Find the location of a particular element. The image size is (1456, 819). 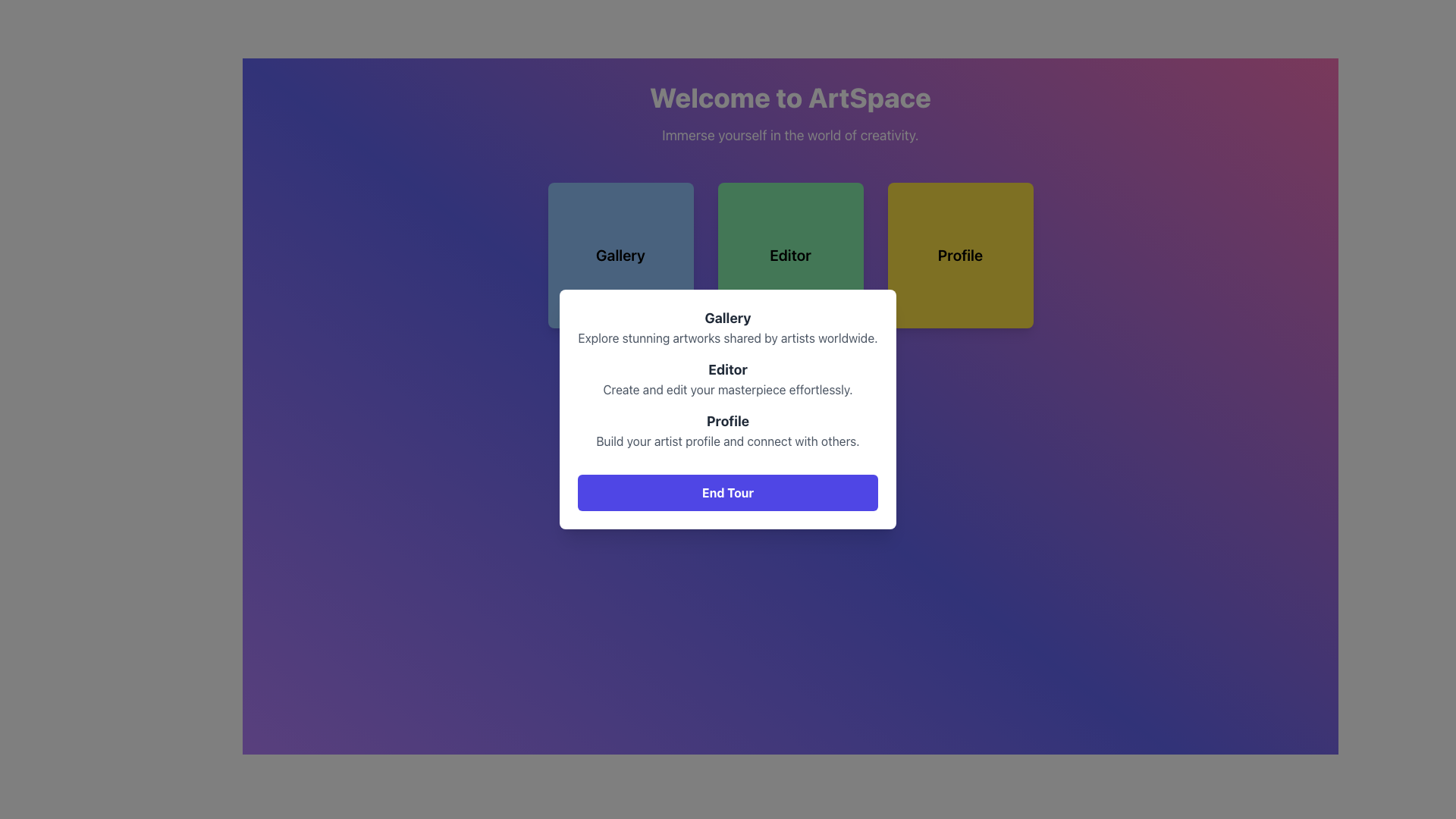

the text block with the bold header 'Profile' and the descriptive paragraph 'Build your artist profile and connect with others.' is located at coordinates (728, 430).